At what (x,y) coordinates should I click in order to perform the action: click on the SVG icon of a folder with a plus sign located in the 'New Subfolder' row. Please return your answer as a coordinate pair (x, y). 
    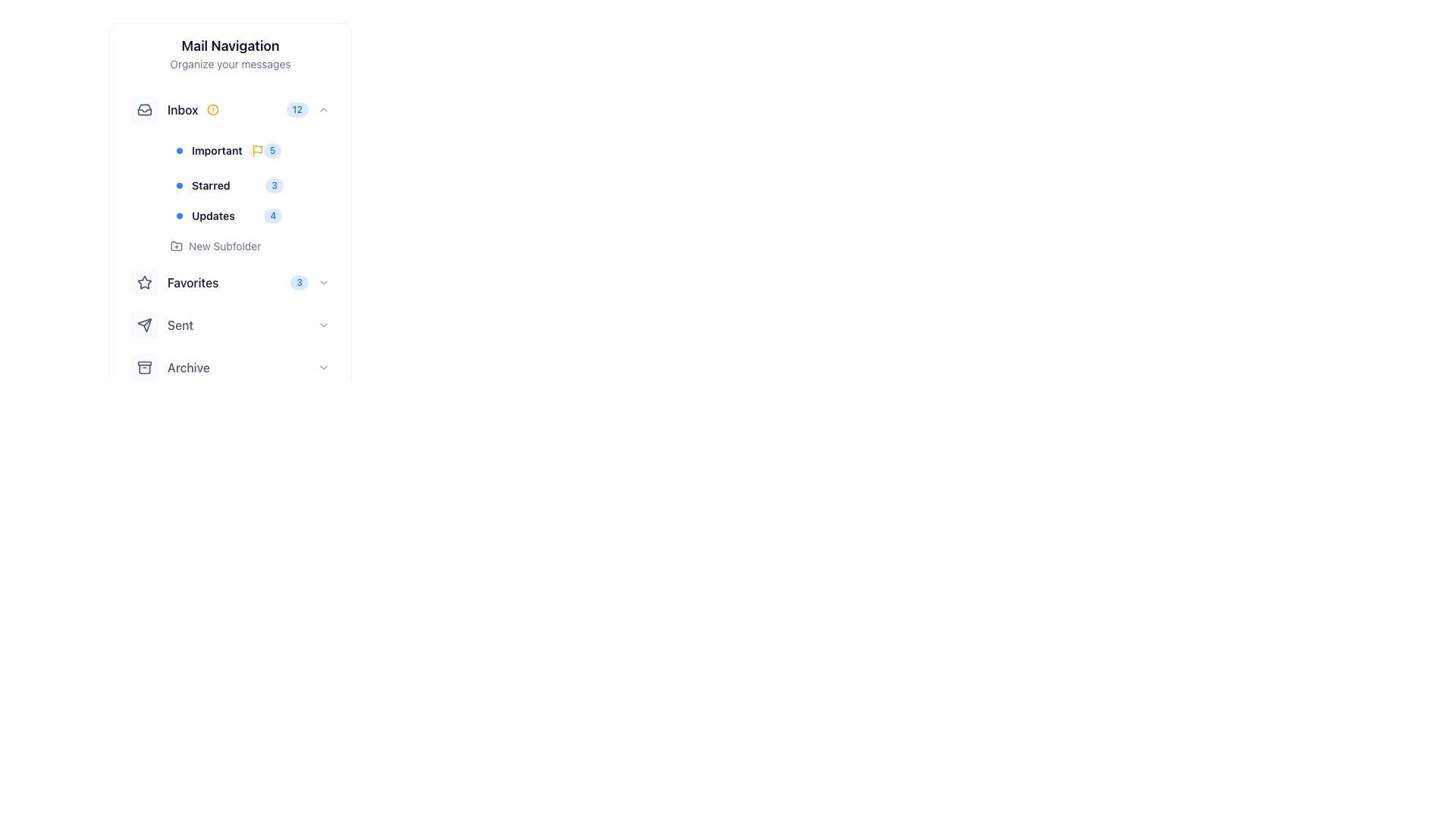
    Looking at the image, I should click on (177, 245).